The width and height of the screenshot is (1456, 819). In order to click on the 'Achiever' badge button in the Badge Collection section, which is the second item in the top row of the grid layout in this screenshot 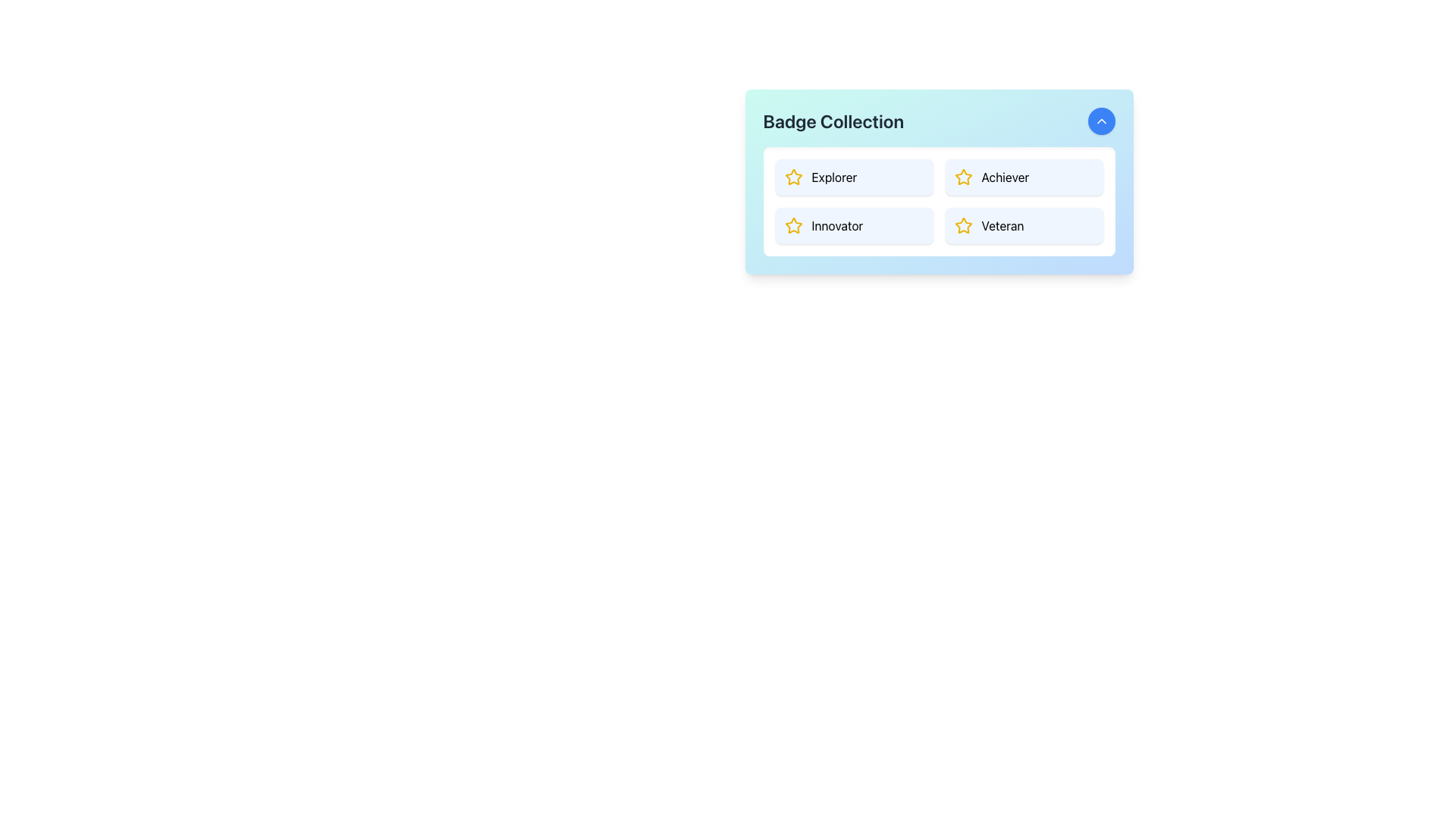, I will do `click(1024, 177)`.